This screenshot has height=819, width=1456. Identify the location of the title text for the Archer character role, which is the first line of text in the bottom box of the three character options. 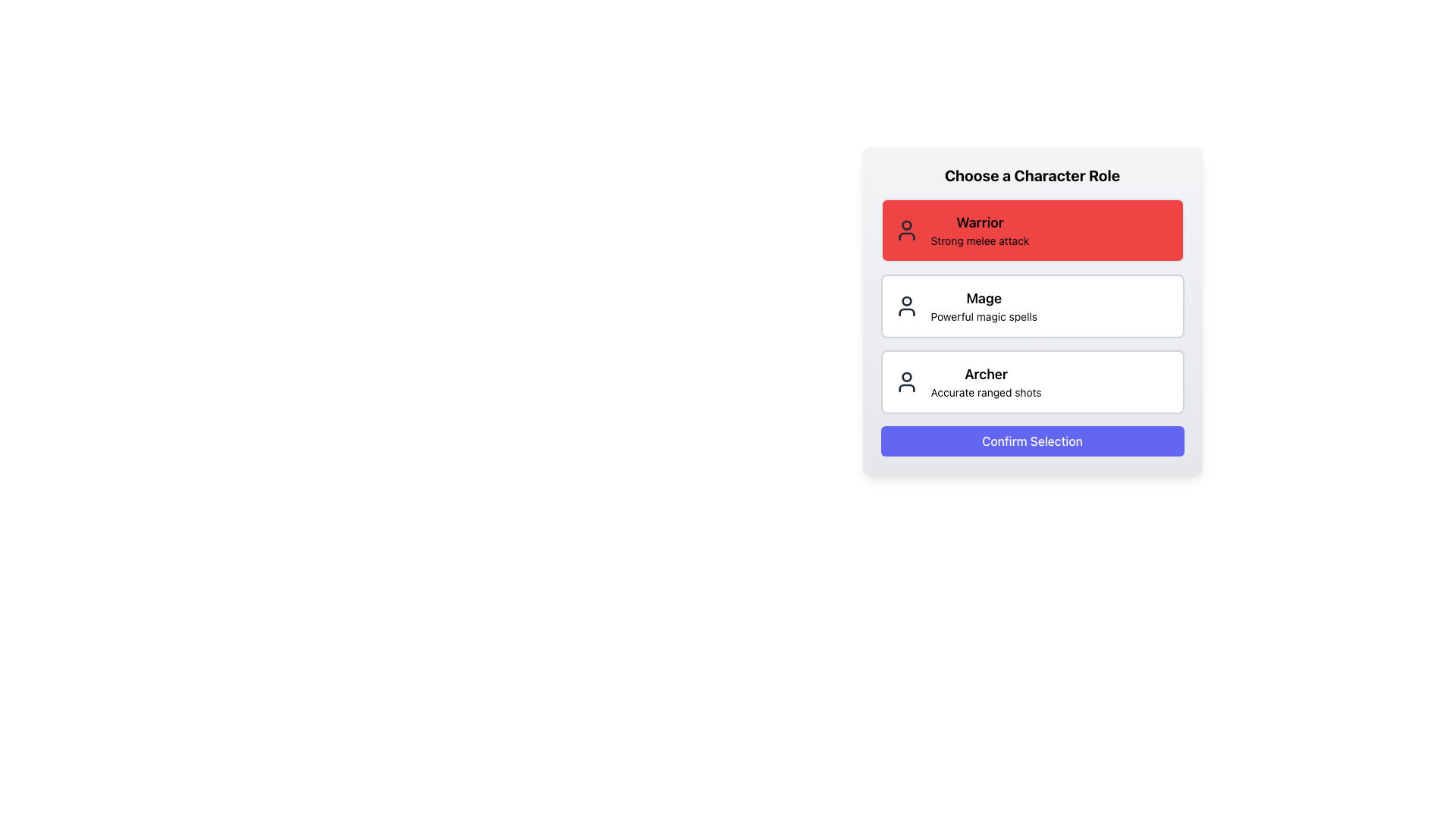
(986, 374).